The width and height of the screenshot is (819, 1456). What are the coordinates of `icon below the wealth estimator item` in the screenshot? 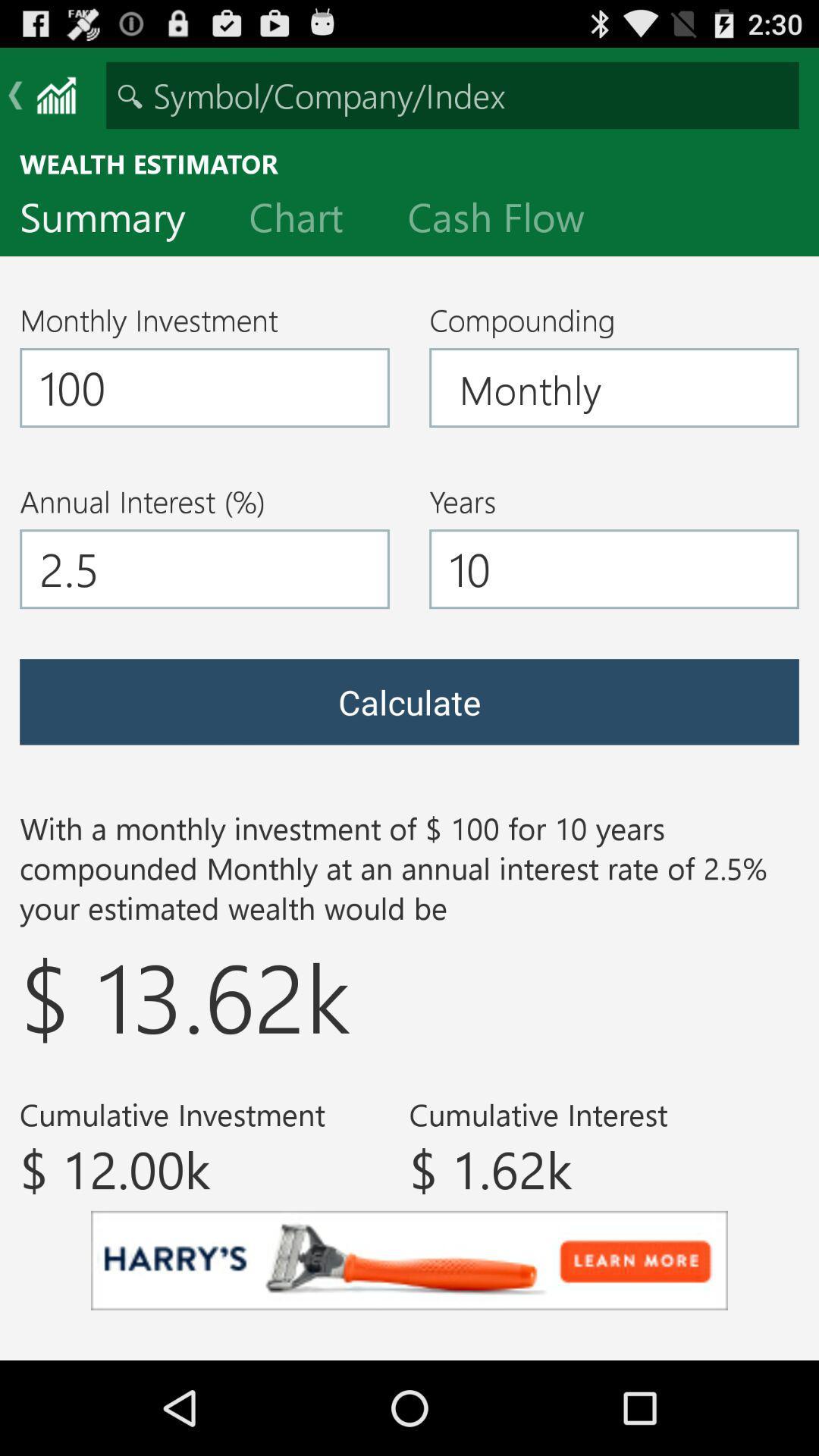 It's located at (114, 220).